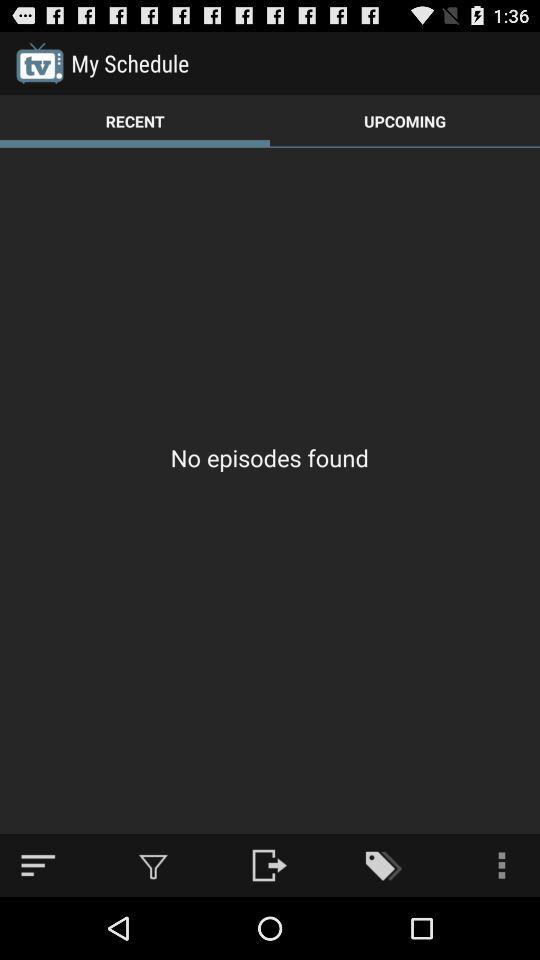  I want to click on the upcoming item, so click(405, 120).